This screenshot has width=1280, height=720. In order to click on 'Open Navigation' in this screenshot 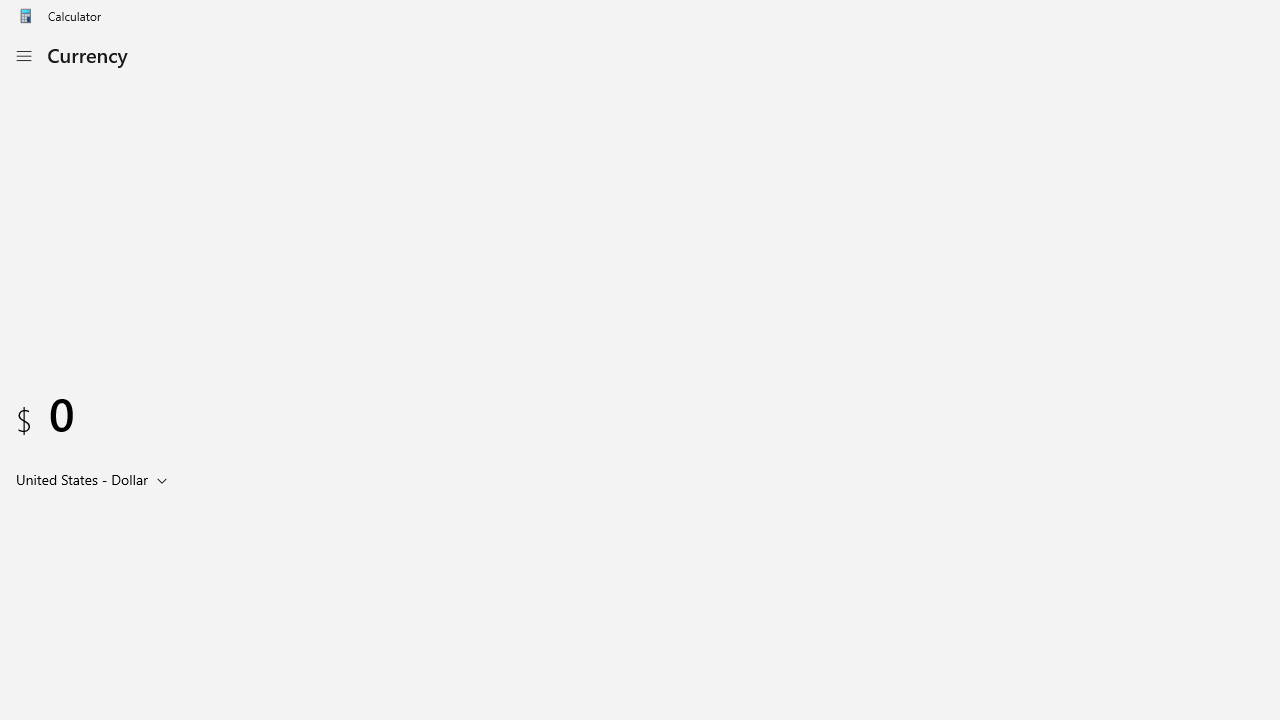, I will do `click(23, 55)`.